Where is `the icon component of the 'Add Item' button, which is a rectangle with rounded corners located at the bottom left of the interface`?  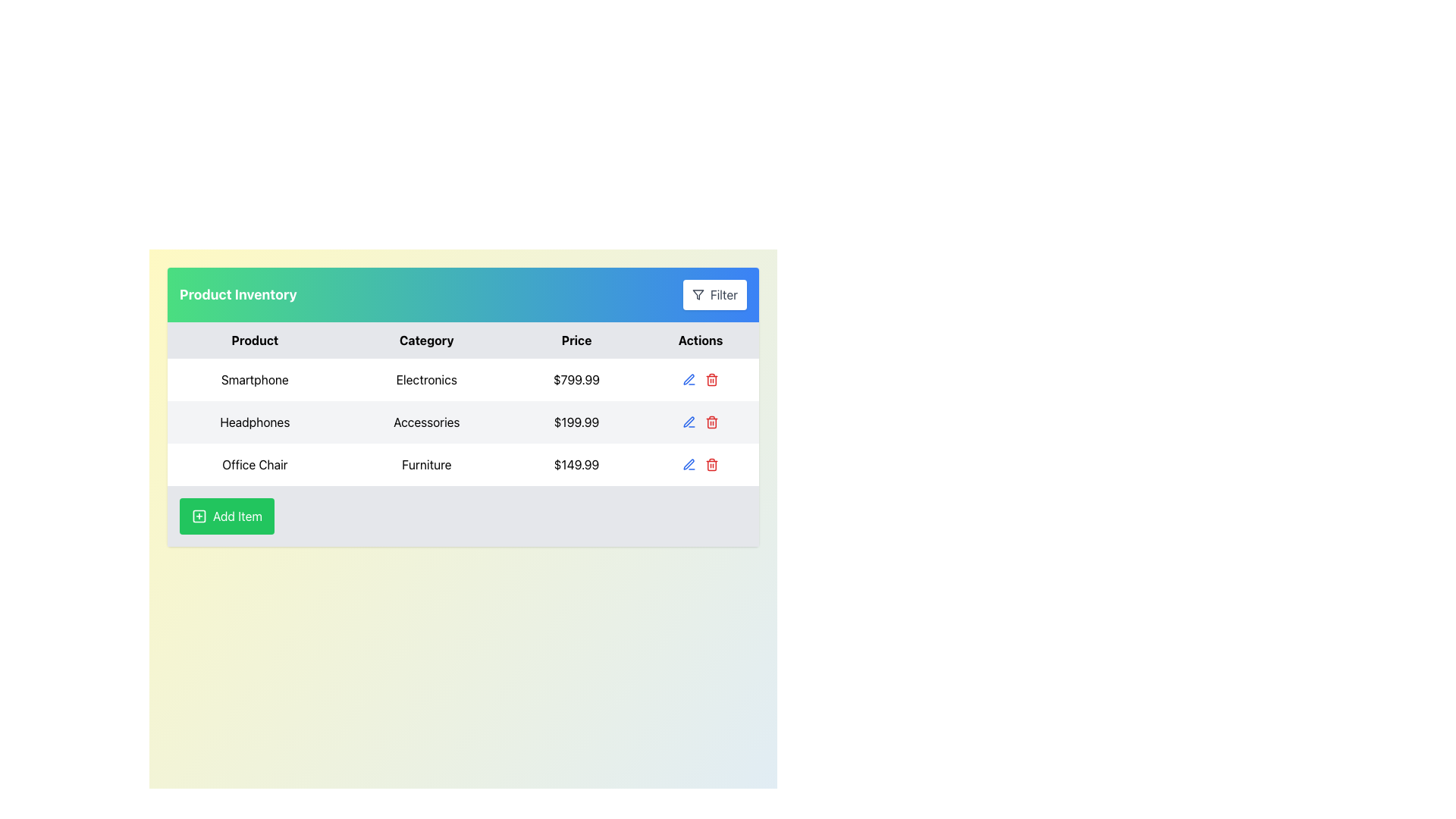
the icon component of the 'Add Item' button, which is a rectangle with rounded corners located at the bottom left of the interface is located at coordinates (199, 516).